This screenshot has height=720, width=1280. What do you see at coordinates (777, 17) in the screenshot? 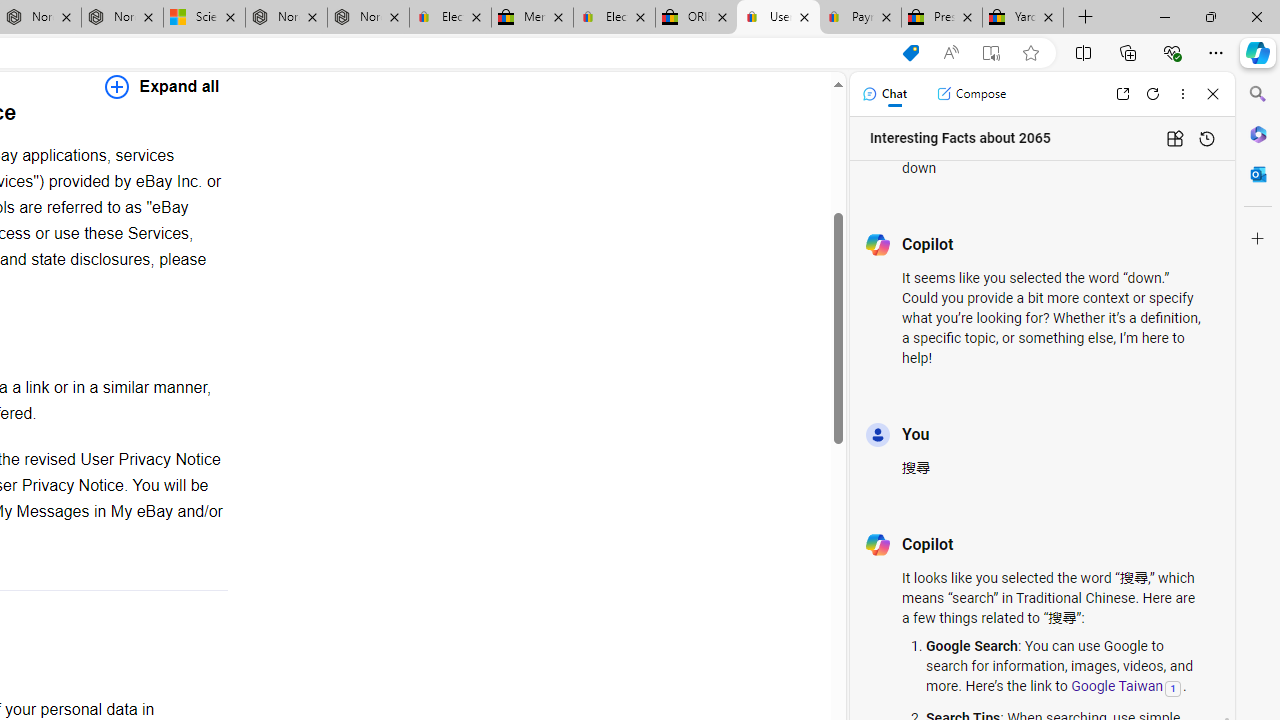
I see `'User Privacy Notice | eBay'` at bounding box center [777, 17].